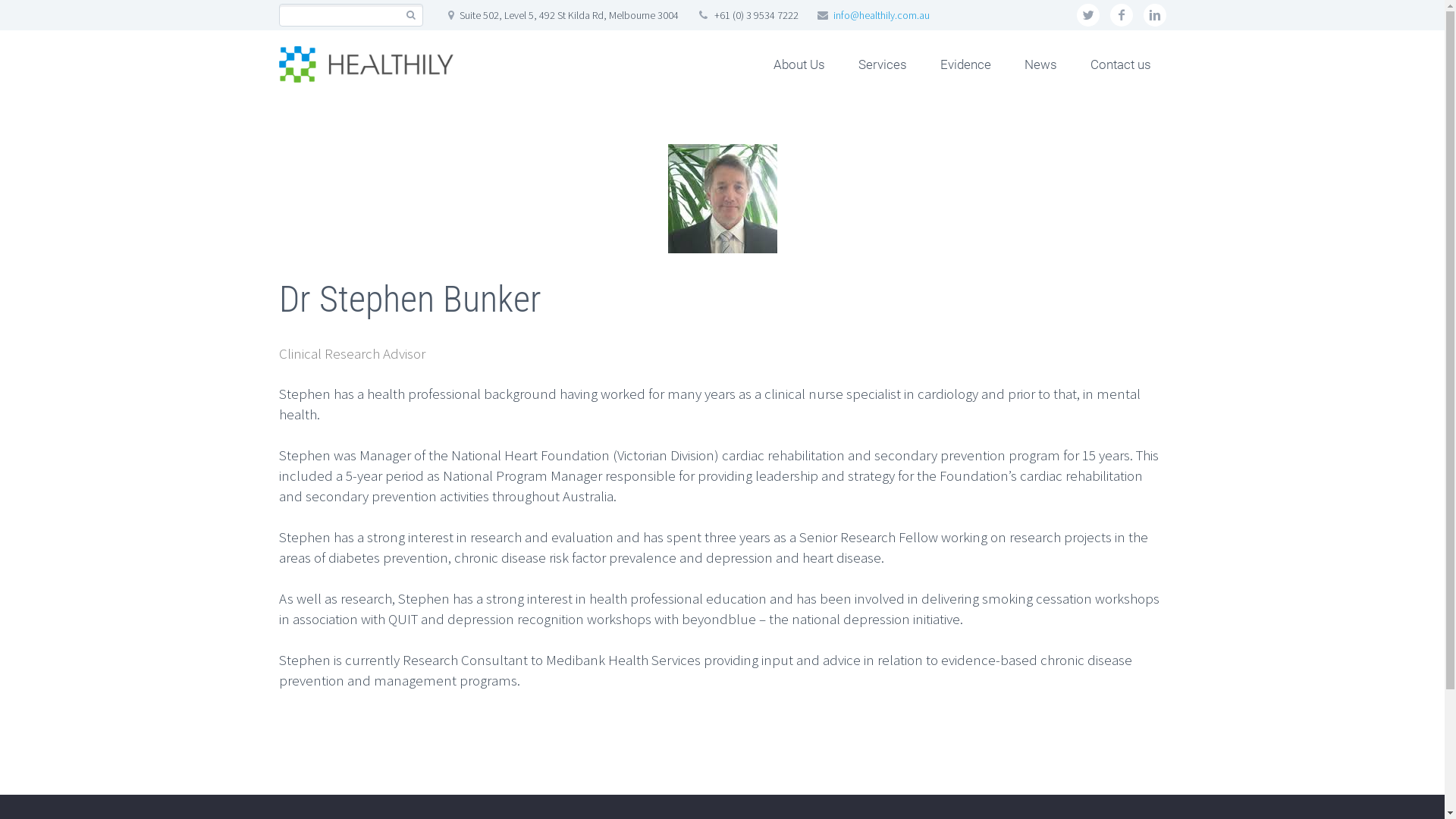 The width and height of the screenshot is (1456, 819). I want to click on 'Evidence', so click(965, 63).